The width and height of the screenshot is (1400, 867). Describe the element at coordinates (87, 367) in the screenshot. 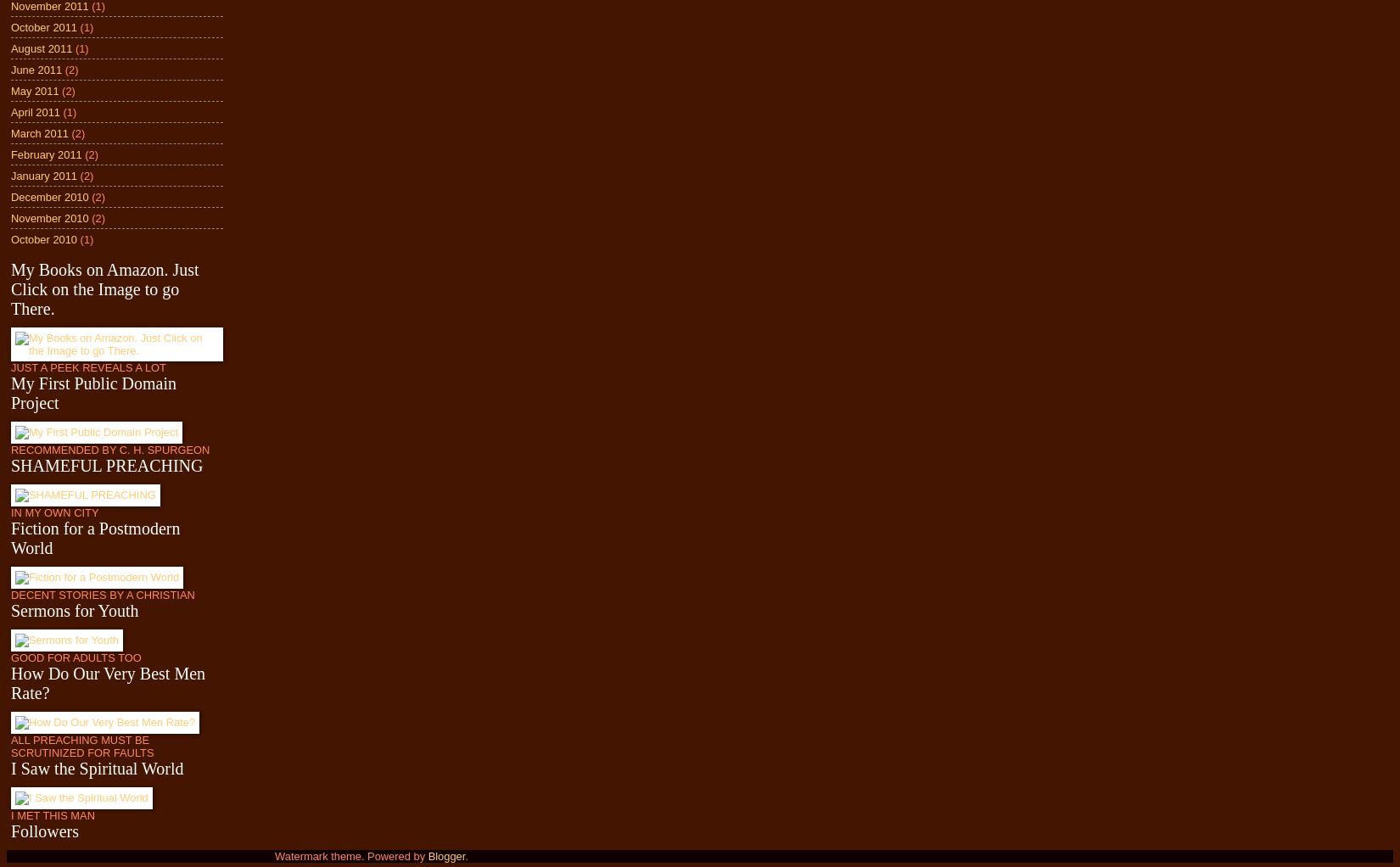

I see `'JUST A PEEK REVEALS A LOT'` at that location.